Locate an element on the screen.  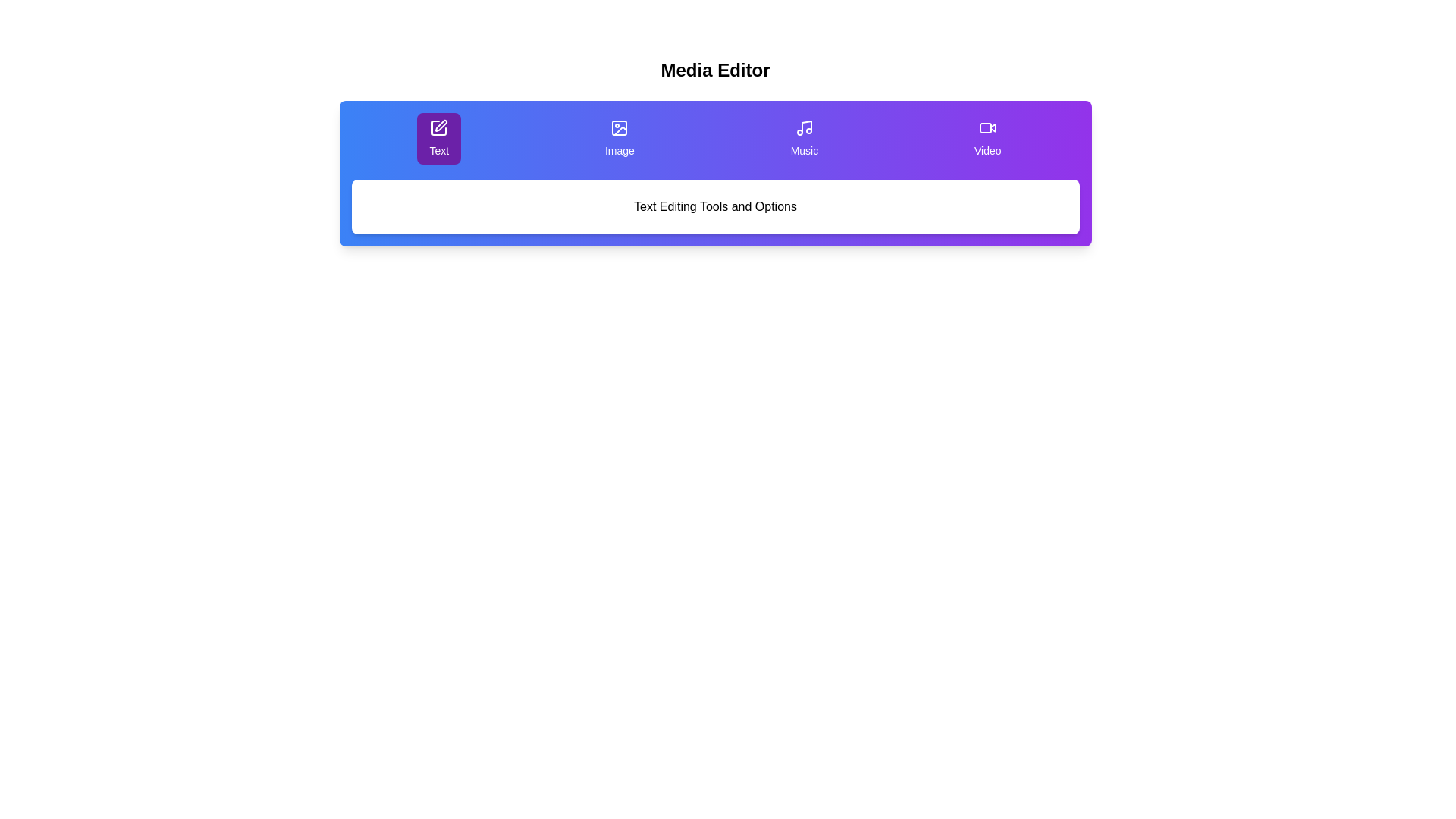
the Interactive Button labeled 'Video' with a purple background and a video camera icon is located at coordinates (987, 138).